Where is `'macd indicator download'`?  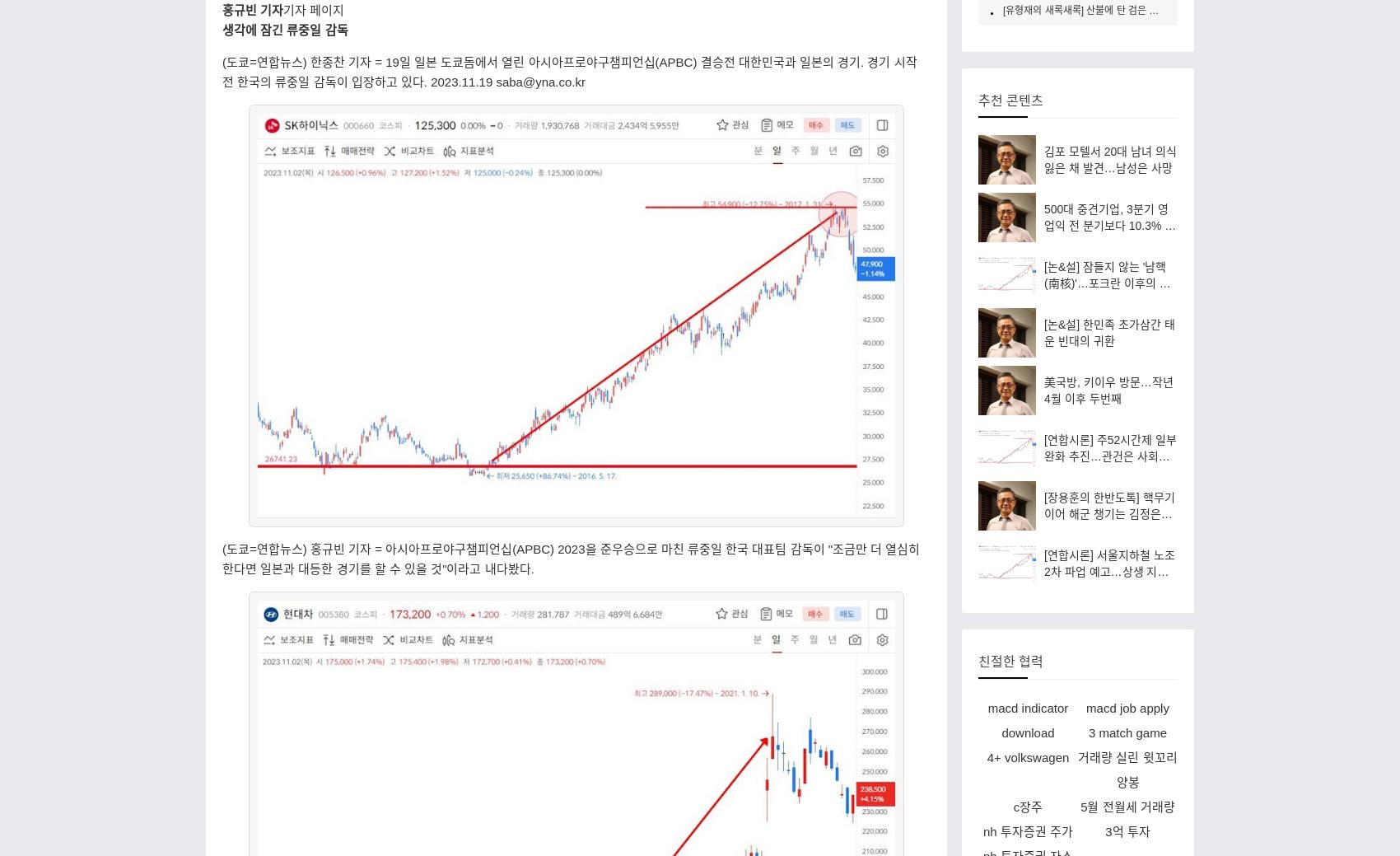 'macd indicator download' is located at coordinates (1026, 719).